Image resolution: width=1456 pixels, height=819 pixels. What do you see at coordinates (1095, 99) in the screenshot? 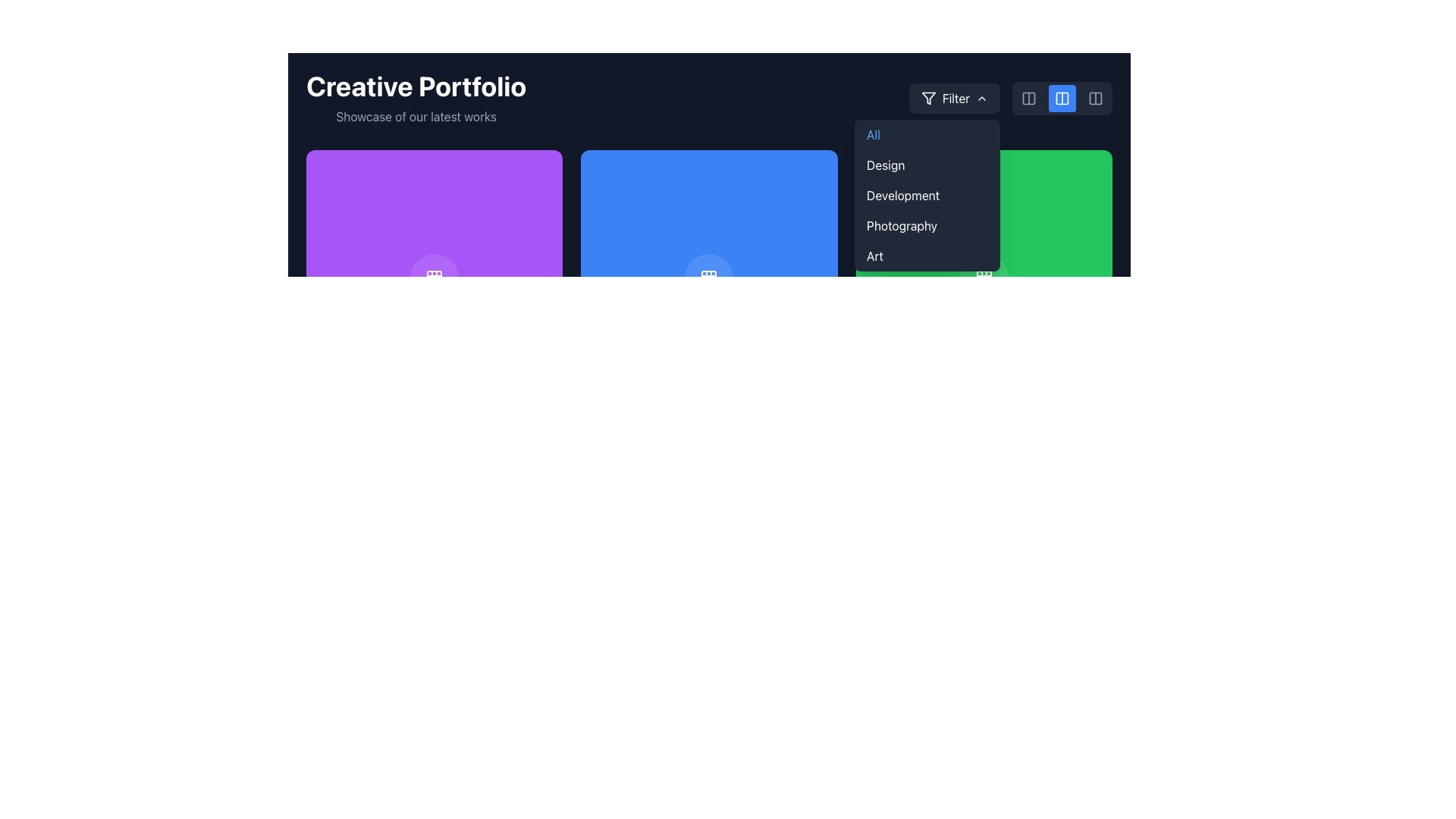
I see `the second last icon button in the top-right section of the application's interface` at bounding box center [1095, 99].